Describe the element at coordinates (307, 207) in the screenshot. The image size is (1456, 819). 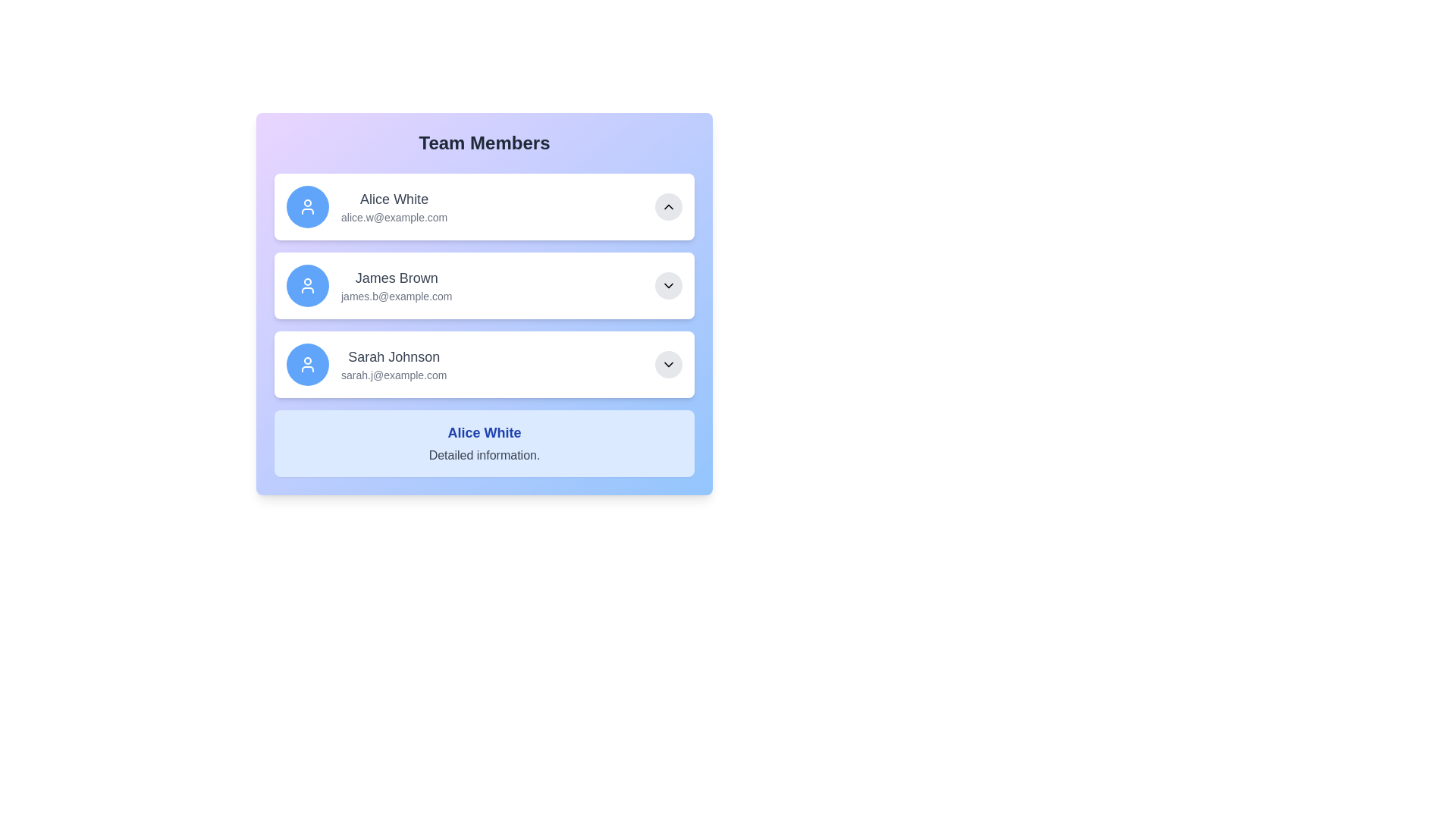
I see `the user profile icon representing Alice White, located centrally in the first row of user entries` at that location.